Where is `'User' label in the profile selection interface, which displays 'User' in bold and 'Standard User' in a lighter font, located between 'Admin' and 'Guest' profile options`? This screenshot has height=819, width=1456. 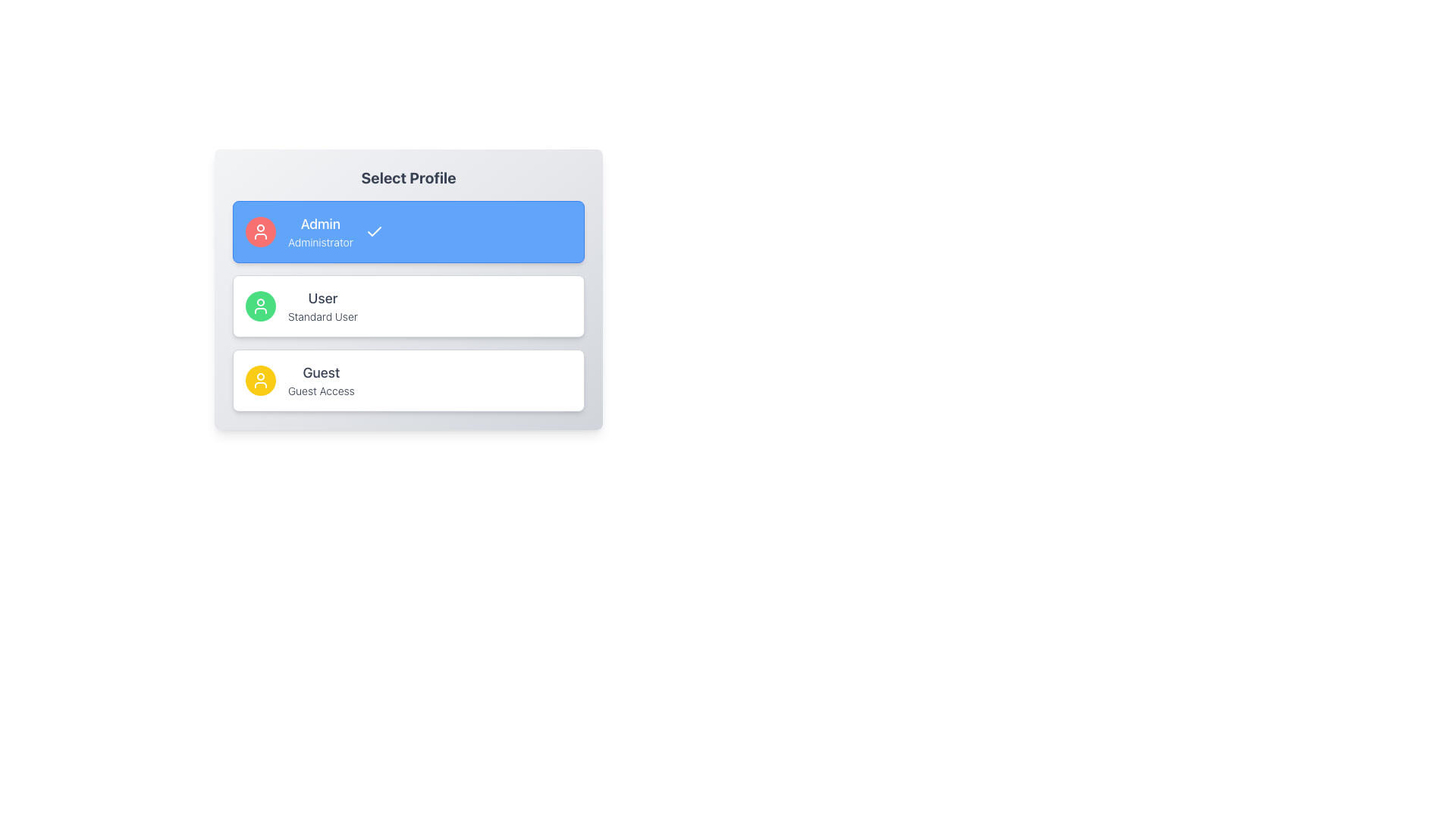 'User' label in the profile selection interface, which displays 'User' in bold and 'Standard User' in a lighter font, located between 'Admin' and 'Guest' profile options is located at coordinates (322, 306).